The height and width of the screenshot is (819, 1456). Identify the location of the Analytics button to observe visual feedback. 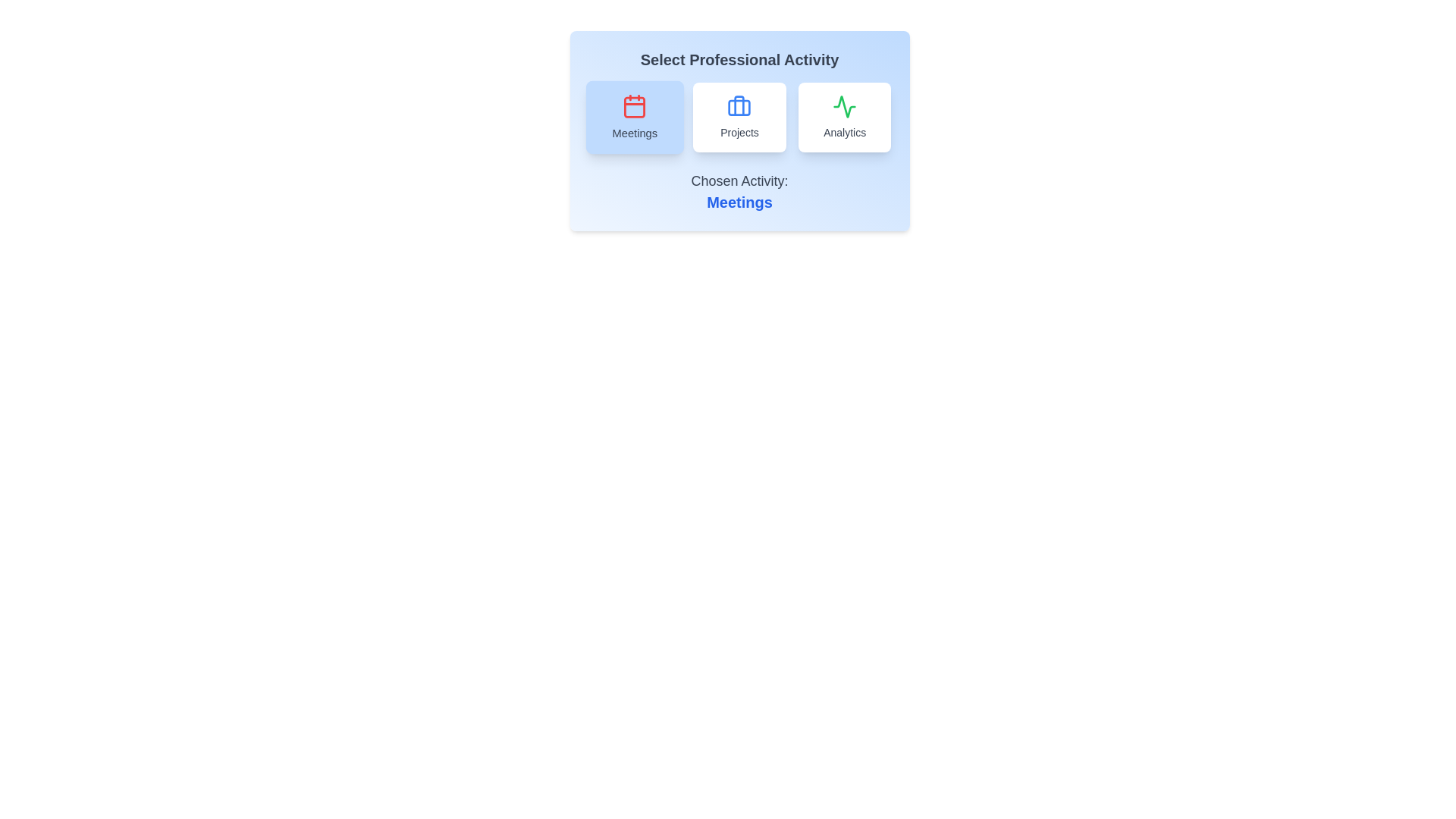
(844, 116).